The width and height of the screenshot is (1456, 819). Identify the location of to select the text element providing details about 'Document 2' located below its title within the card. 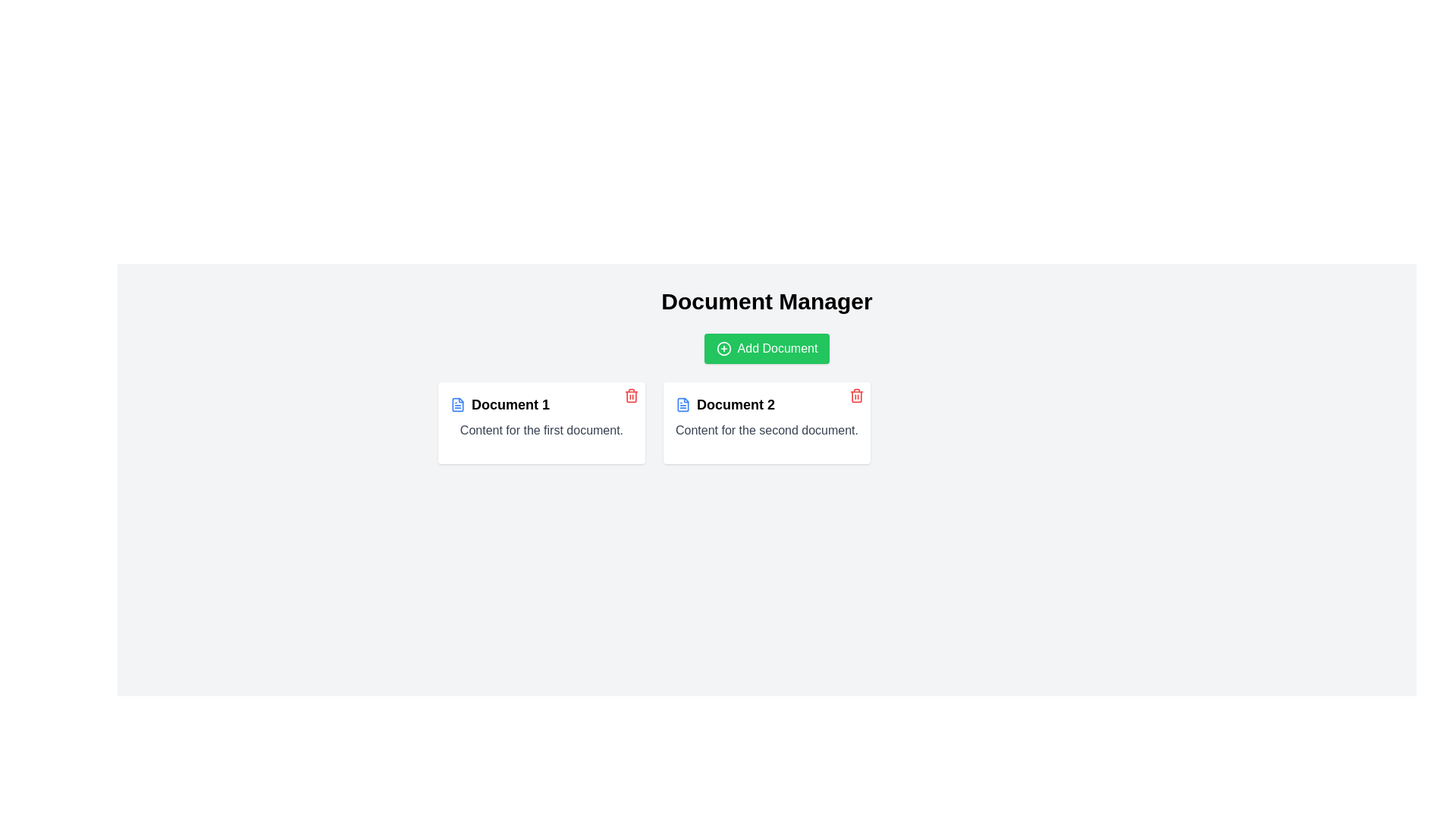
(767, 430).